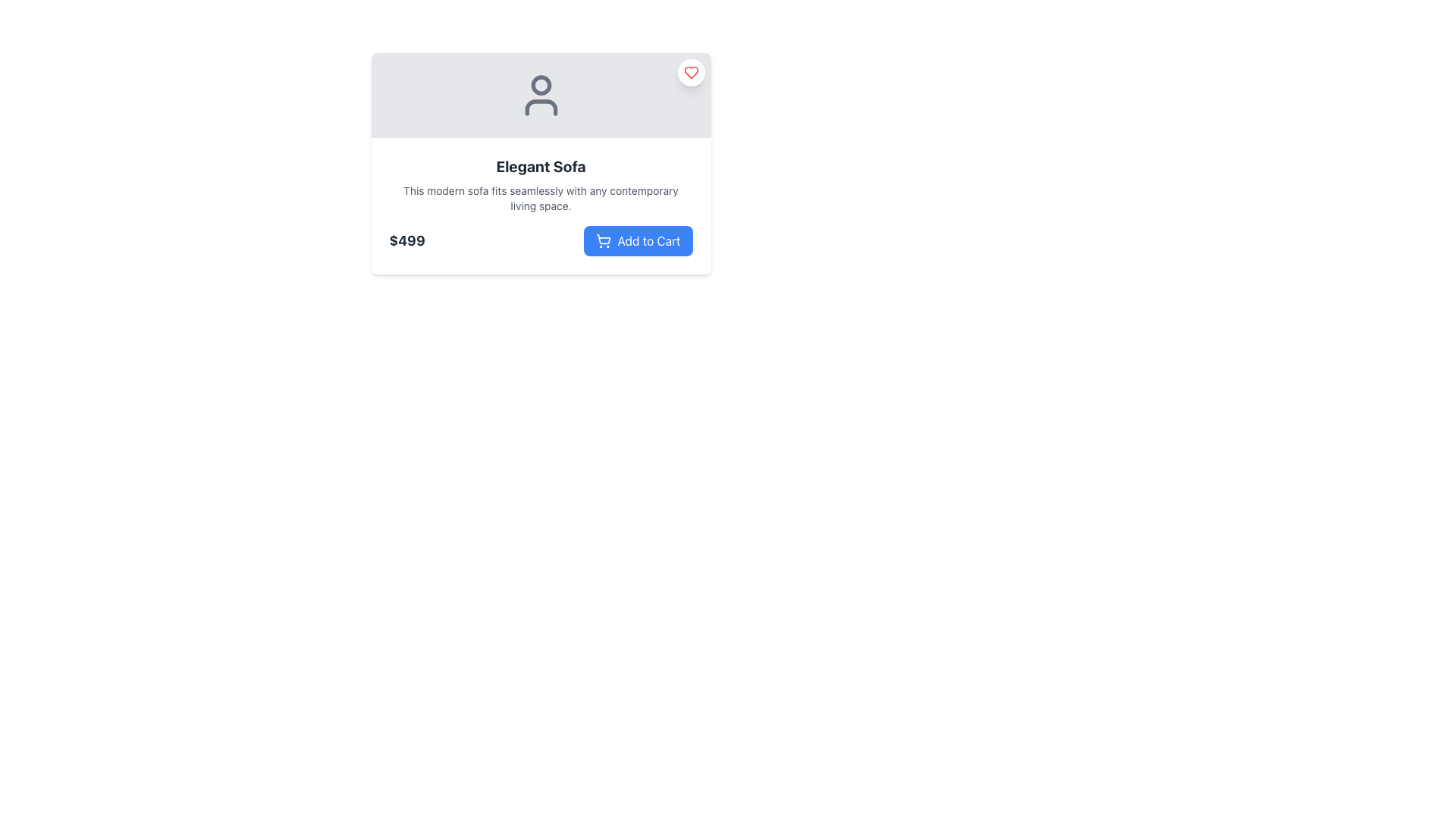 The image size is (1456, 819). Describe the element at coordinates (541, 166) in the screenshot. I see `text label displaying 'Elegant Sofa', which is styled with a bold font and dark gray color, prominently positioned at the top of the item description section` at that location.